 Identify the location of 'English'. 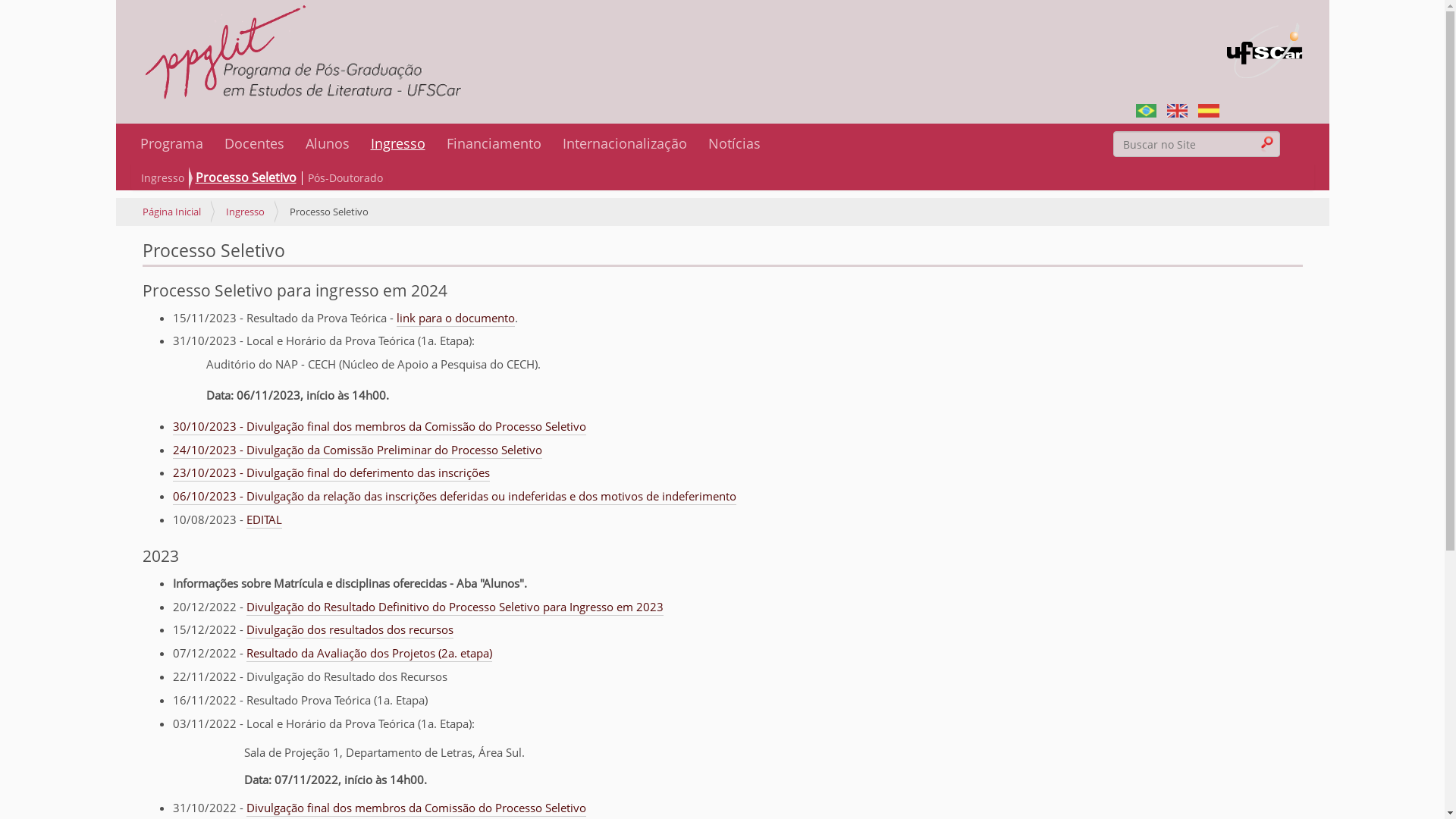
(1166, 110).